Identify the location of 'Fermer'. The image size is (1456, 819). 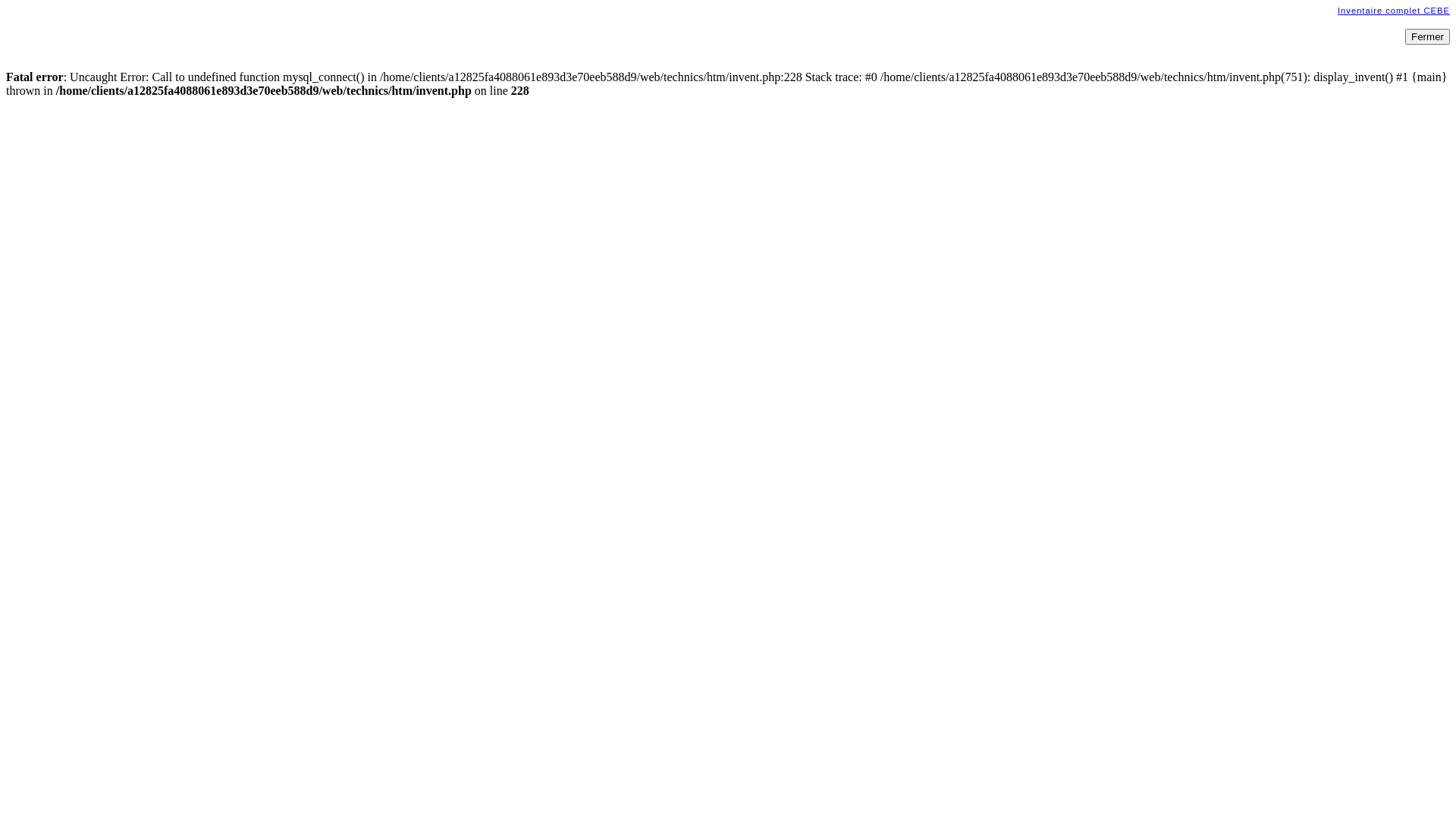
(1426, 36).